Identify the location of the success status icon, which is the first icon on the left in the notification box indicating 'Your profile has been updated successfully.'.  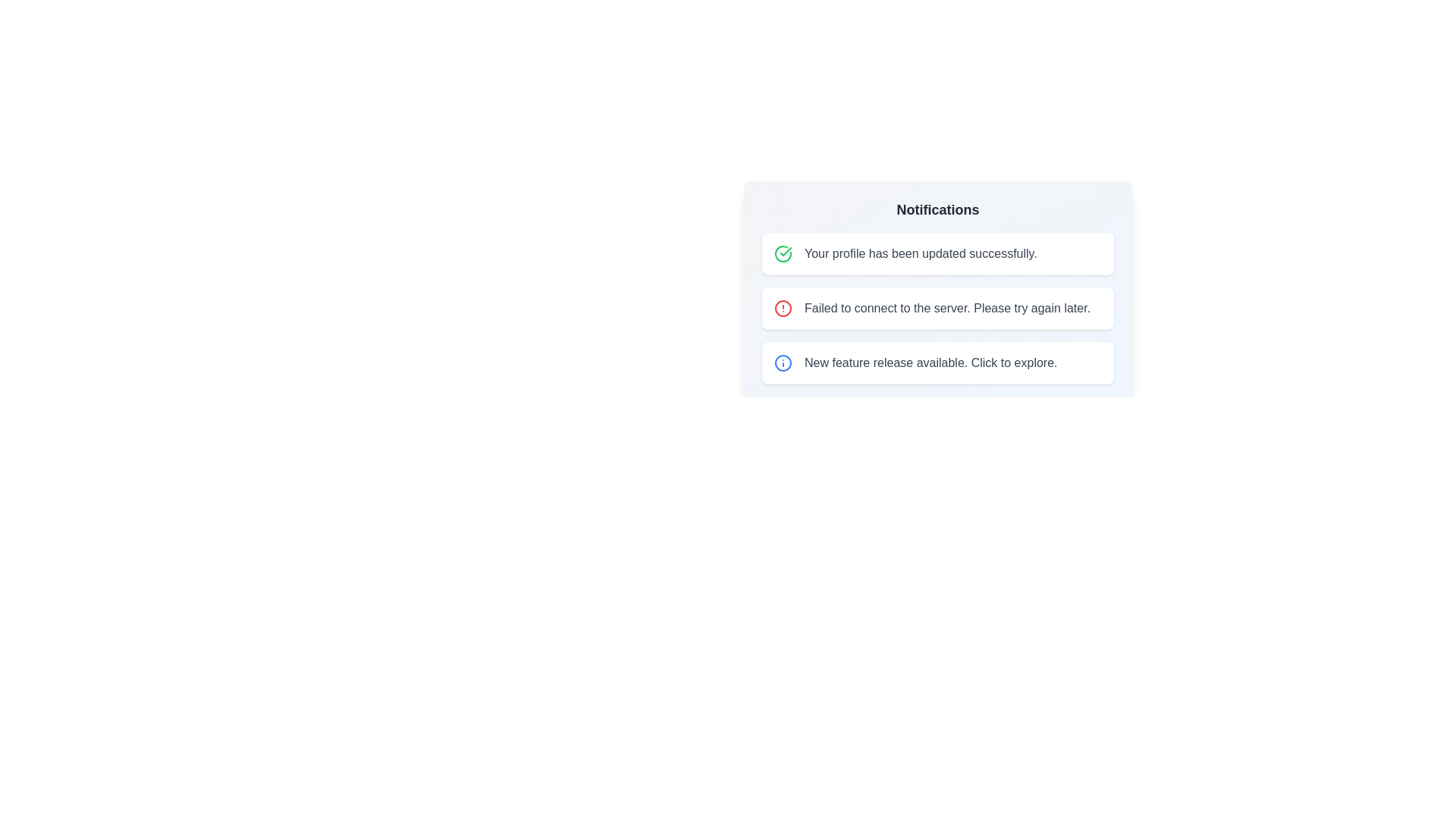
(783, 253).